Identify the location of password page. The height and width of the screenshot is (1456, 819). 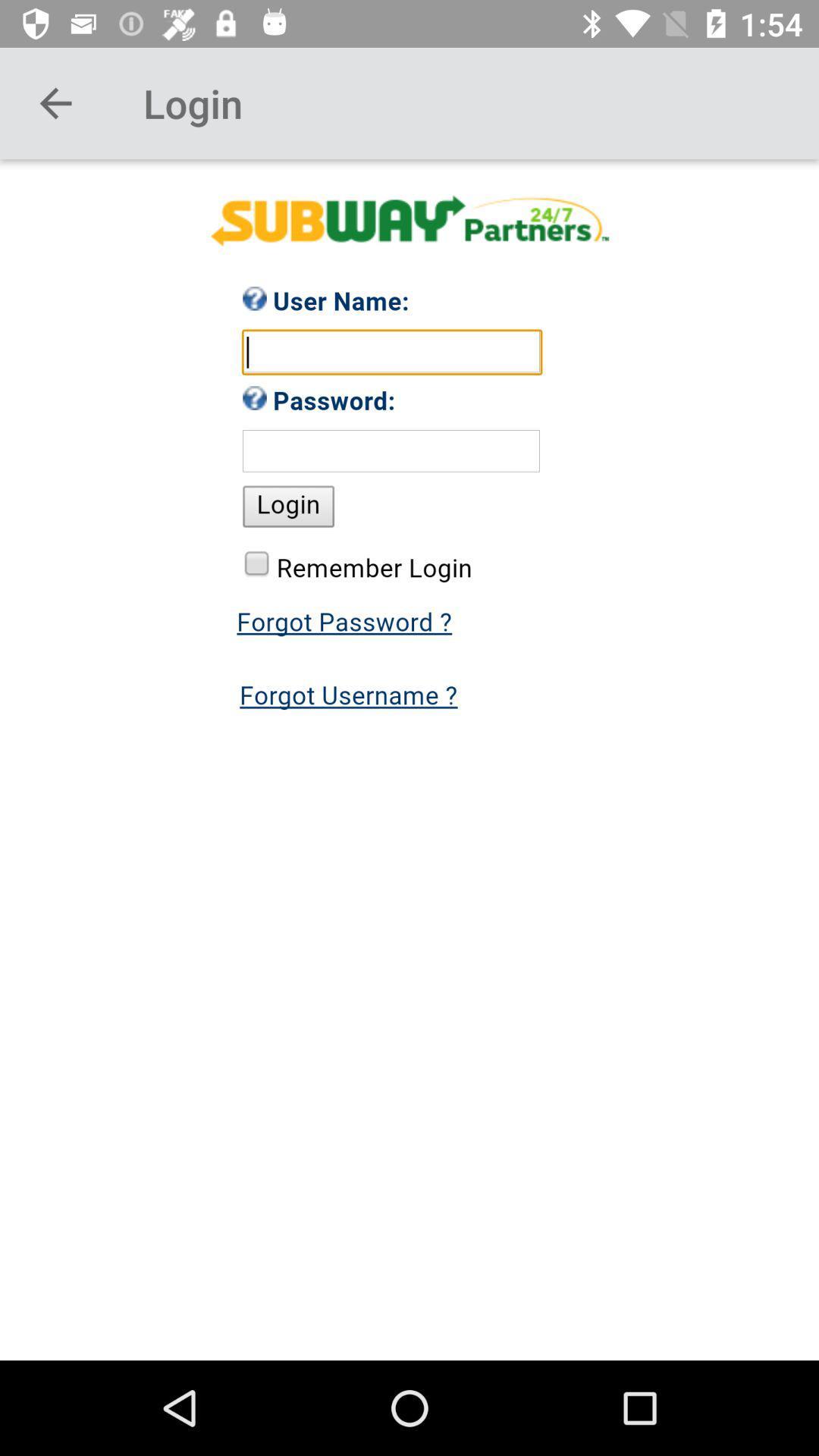
(409, 760).